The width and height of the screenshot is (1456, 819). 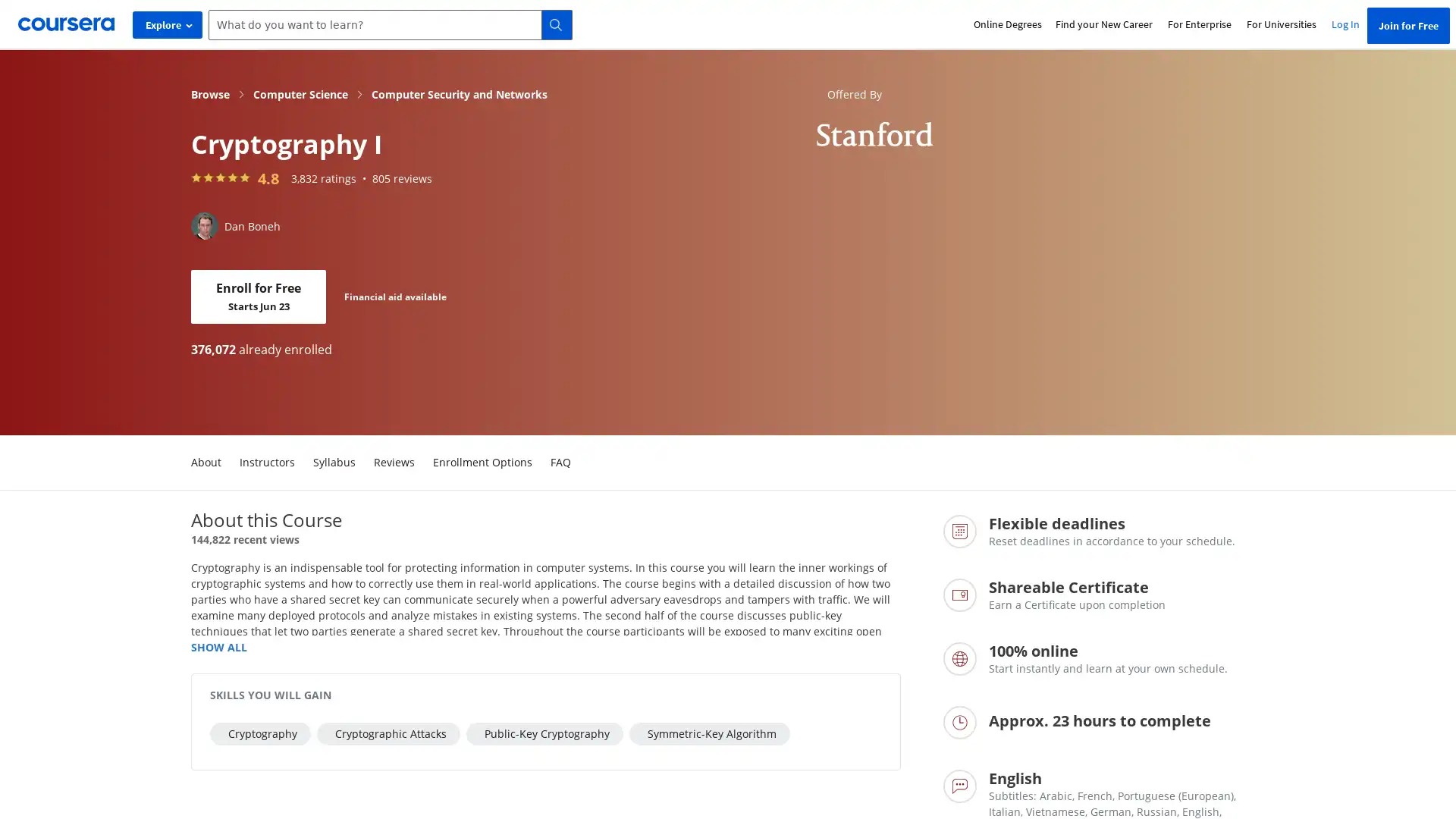 I want to click on SHOW ALL COURSE OUTLINE, so click(x=218, y=647).